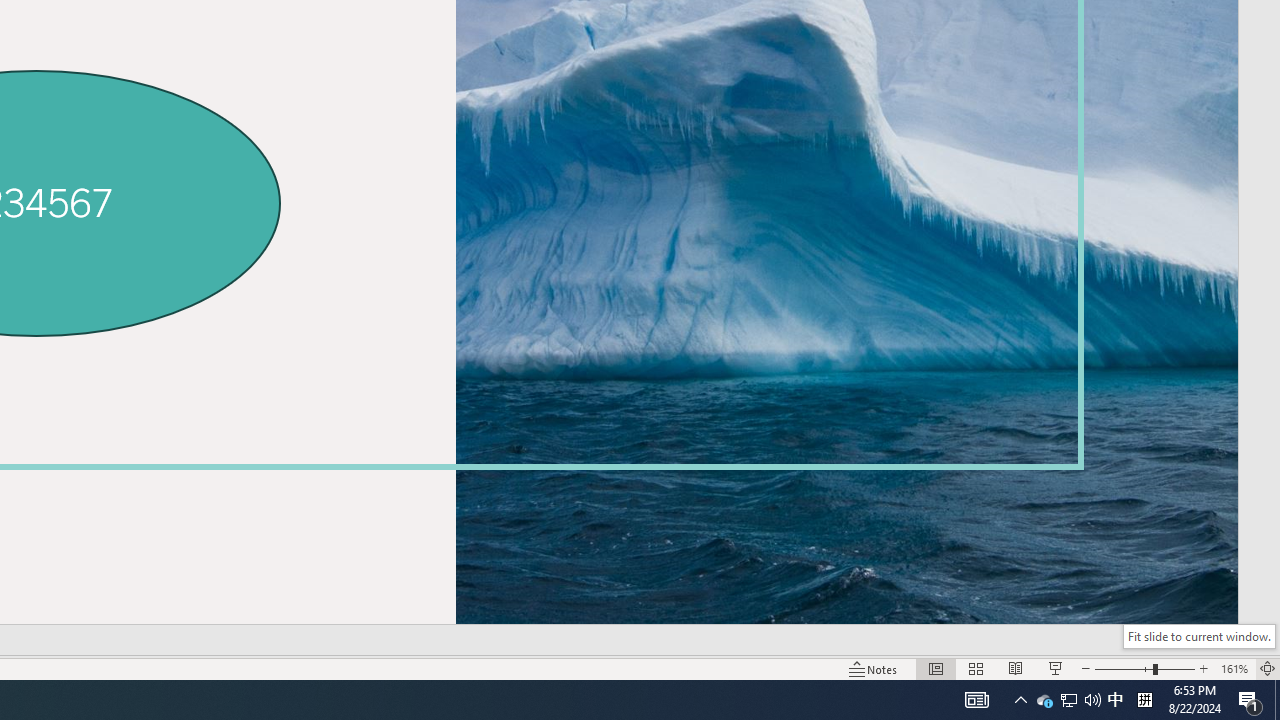  Describe the element at coordinates (1123, 669) in the screenshot. I see `'Zoom Out'` at that location.